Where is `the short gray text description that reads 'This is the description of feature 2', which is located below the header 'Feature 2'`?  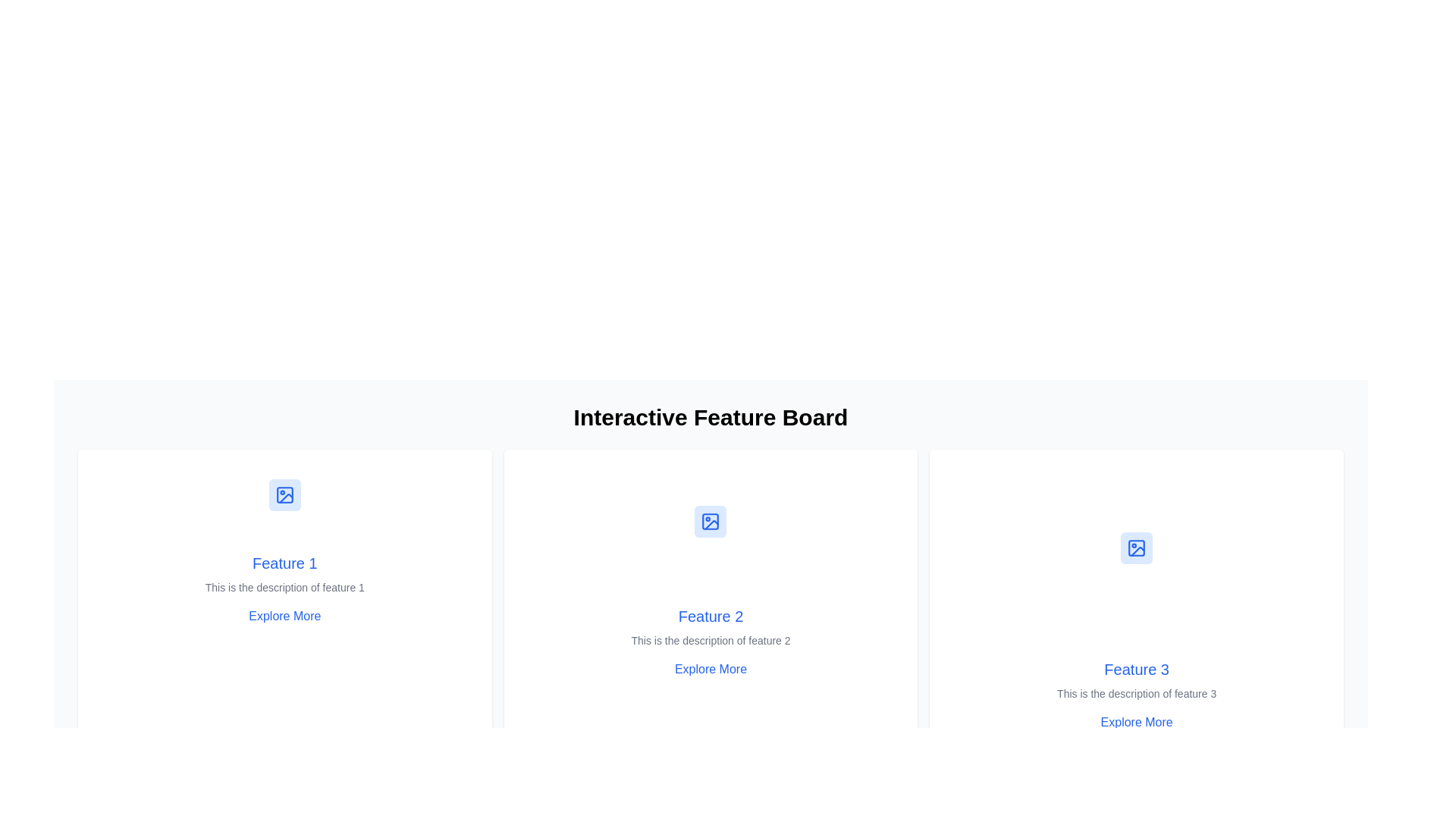
the short gray text description that reads 'This is the description of feature 2', which is located below the header 'Feature 2' is located at coordinates (710, 640).